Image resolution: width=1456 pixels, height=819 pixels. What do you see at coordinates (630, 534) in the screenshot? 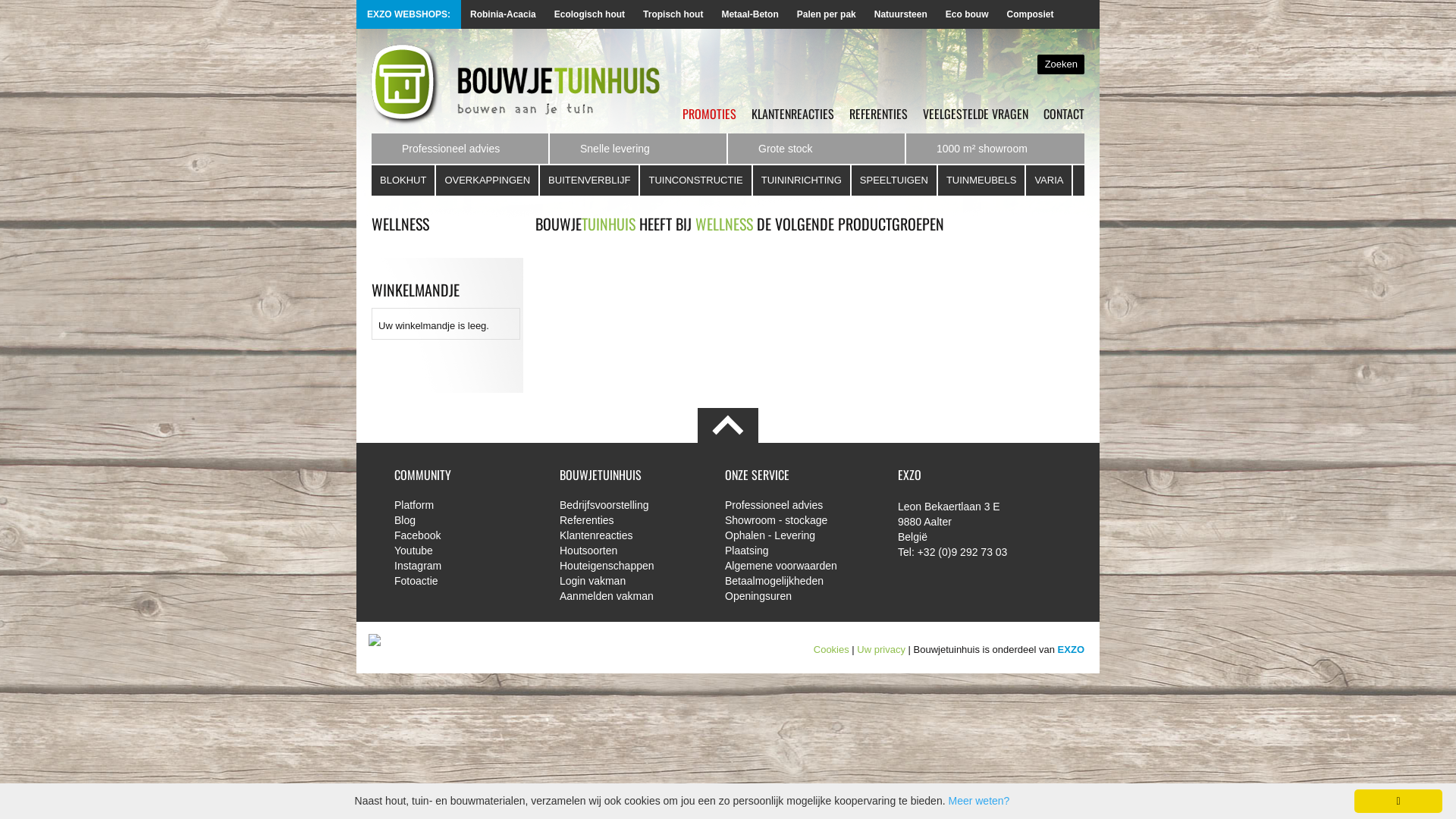
I see `'Klantenreacties'` at bounding box center [630, 534].